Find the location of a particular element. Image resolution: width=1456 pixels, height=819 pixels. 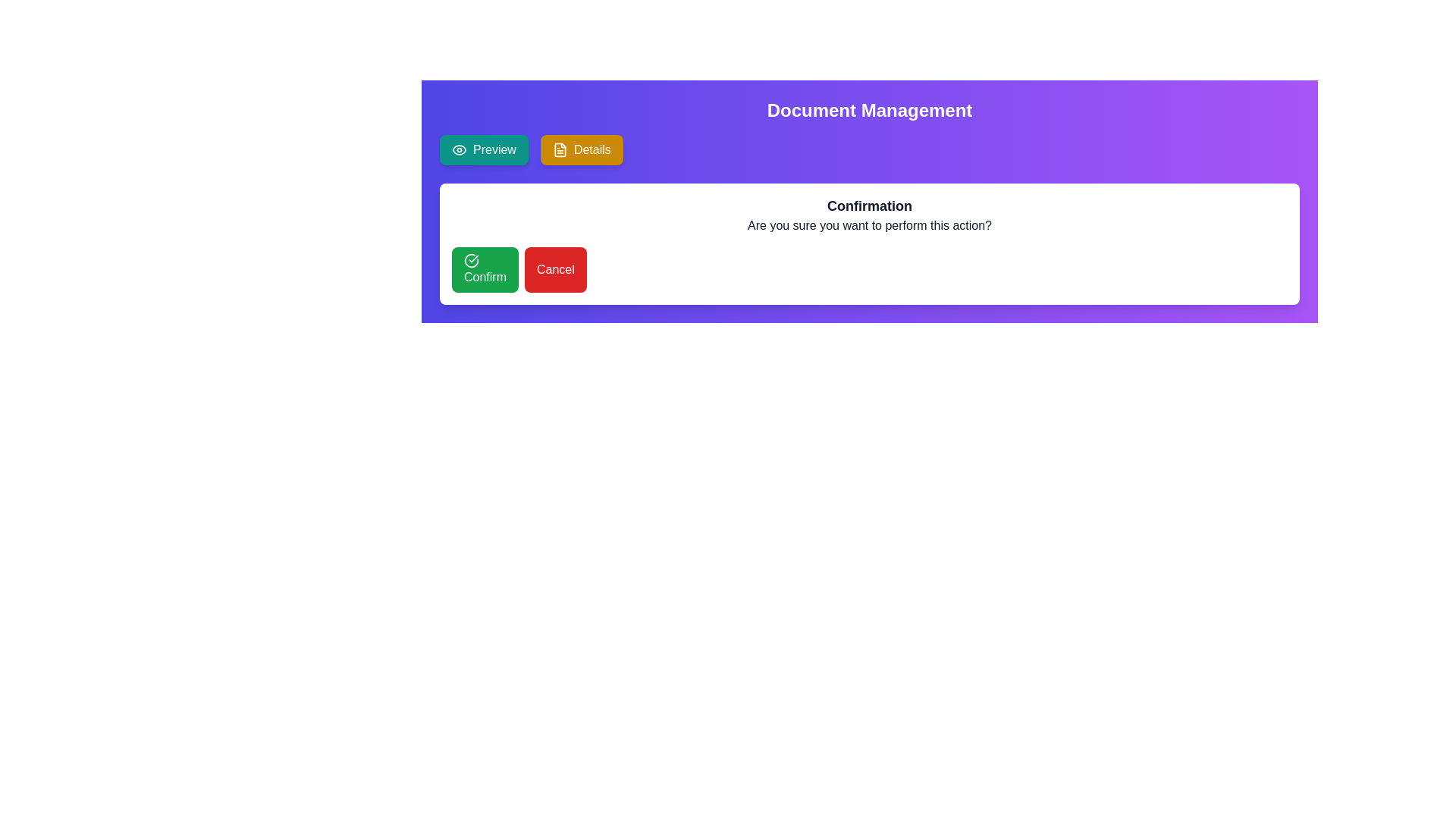

the cancel button, which is the second button from the left under the 'Confirmation' message, located to the right of the green 'Confirm' button is located at coordinates (554, 268).